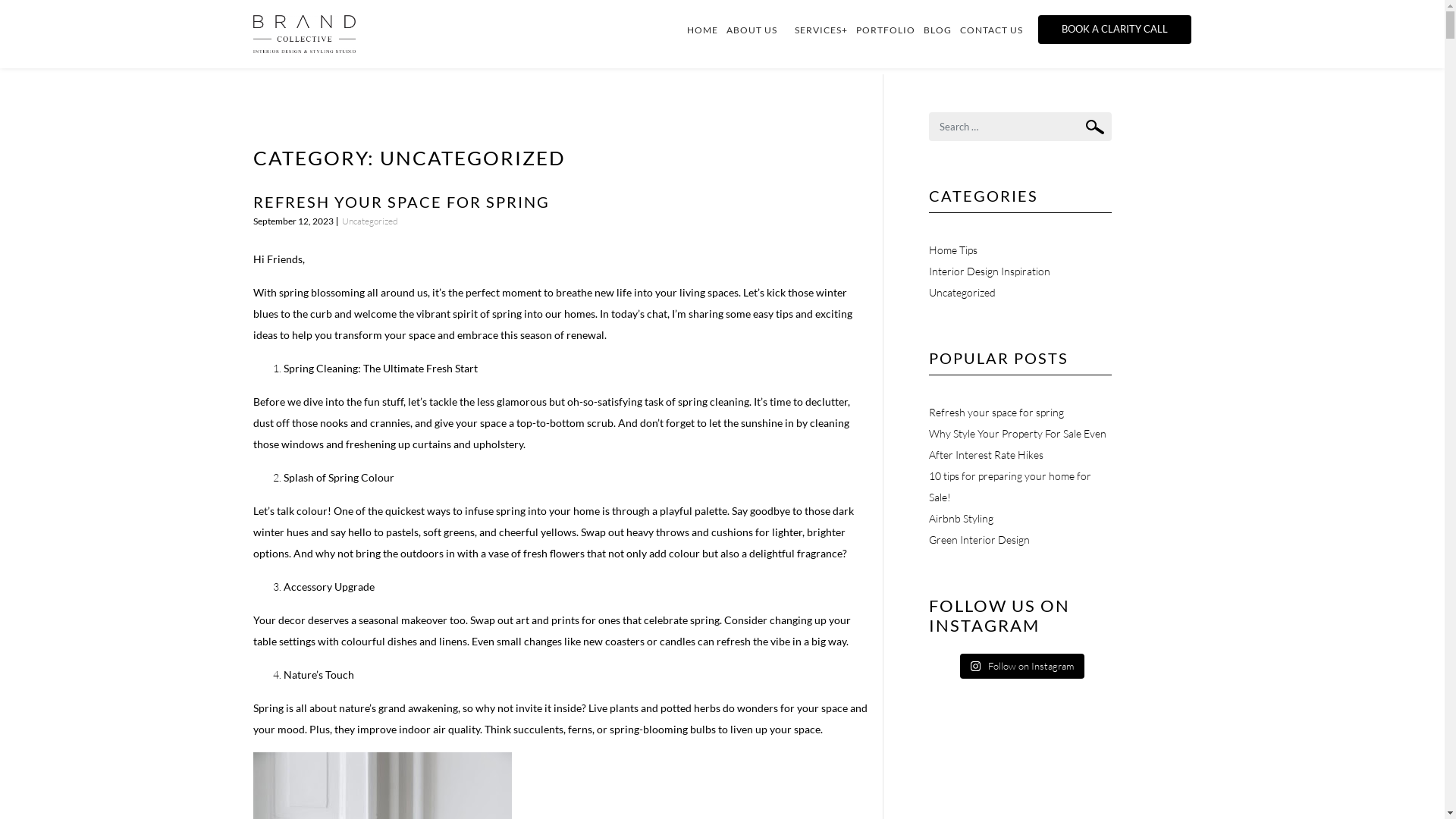 The height and width of the screenshot is (819, 1456). What do you see at coordinates (952, 249) in the screenshot?
I see `'Home Tips'` at bounding box center [952, 249].